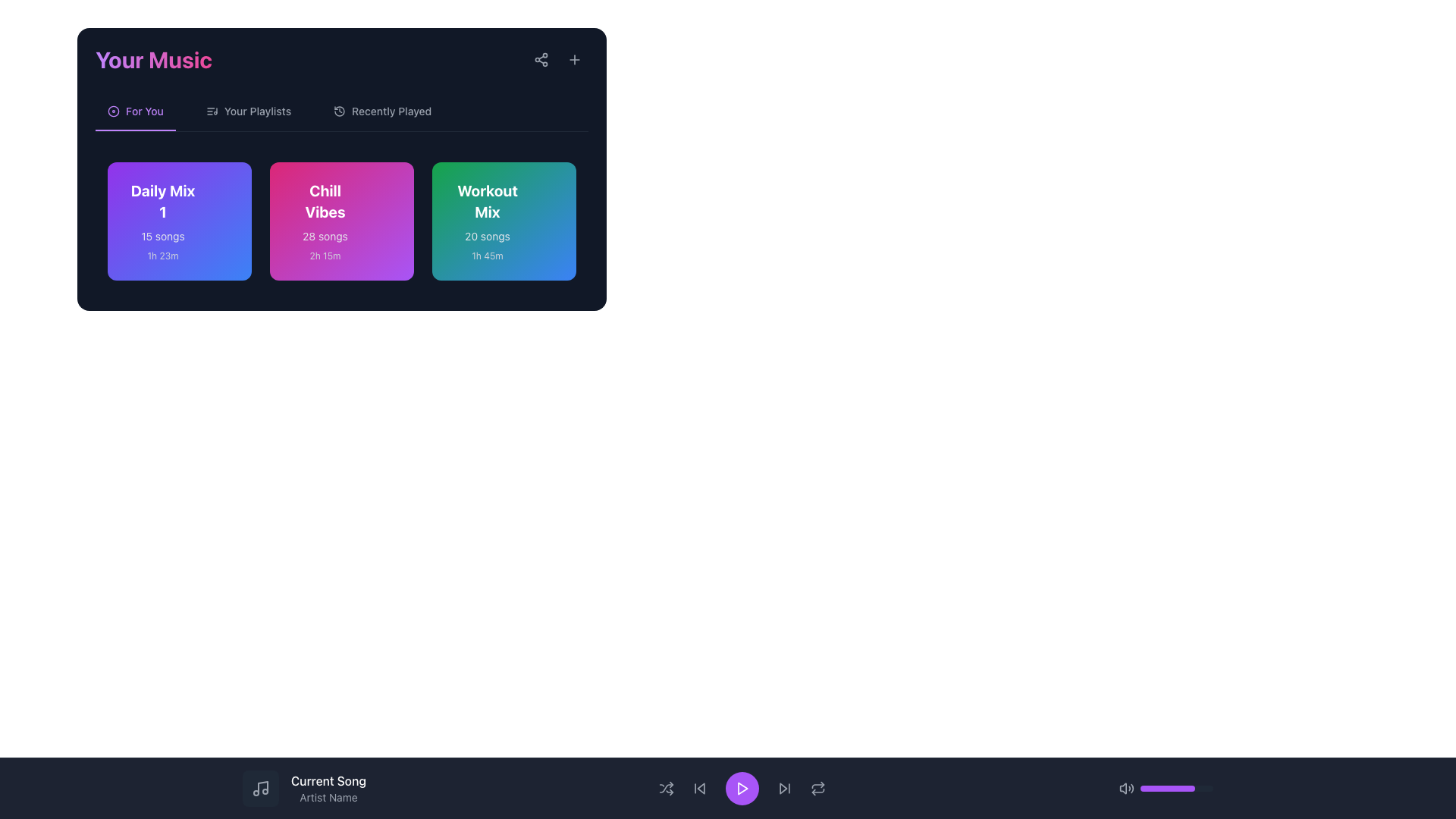  What do you see at coordinates (667, 788) in the screenshot?
I see `the shuffle icon located in the bottom navigation bar` at bounding box center [667, 788].